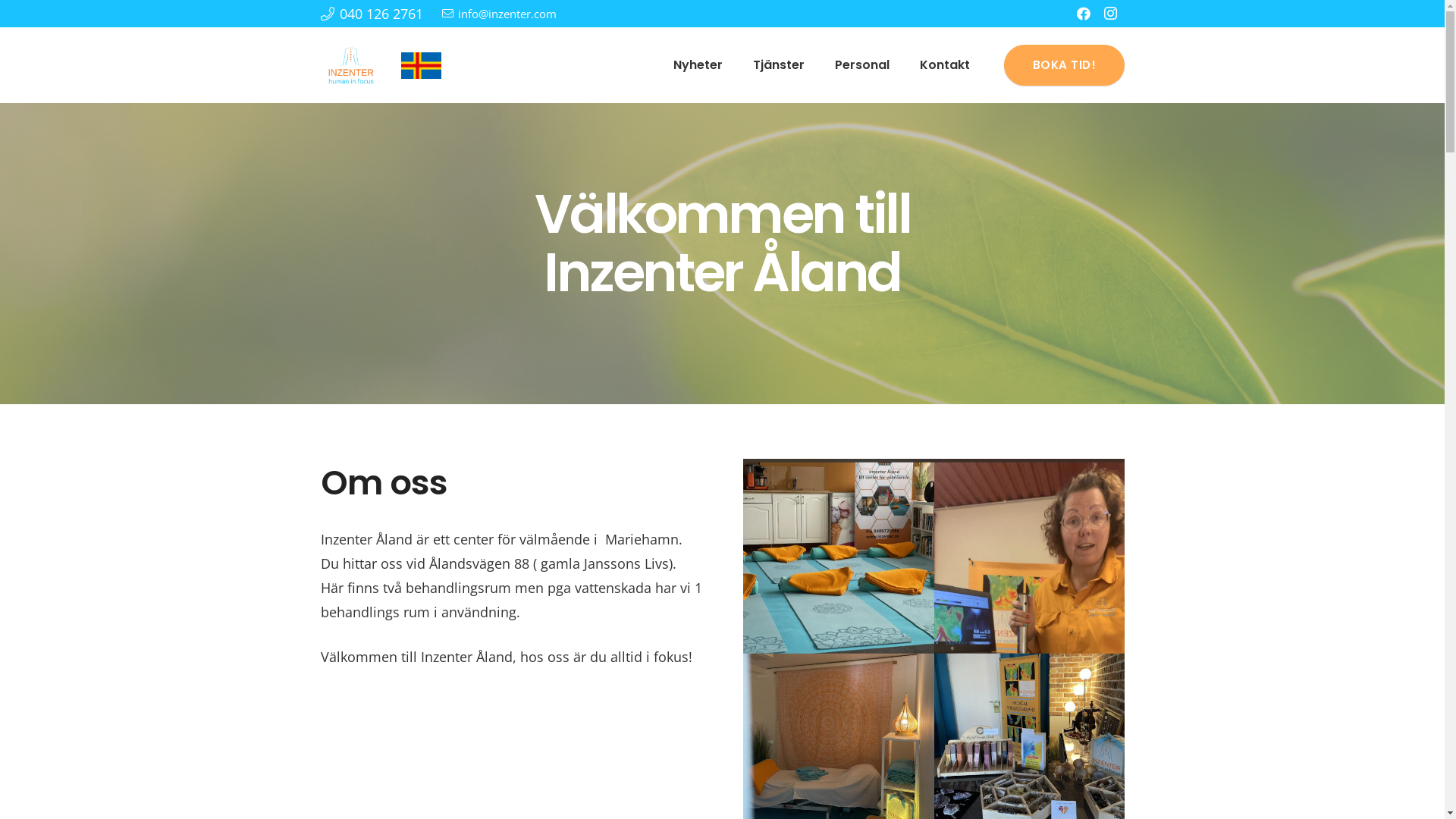 The width and height of the screenshot is (1456, 819). I want to click on 'Instagram', so click(1110, 14).